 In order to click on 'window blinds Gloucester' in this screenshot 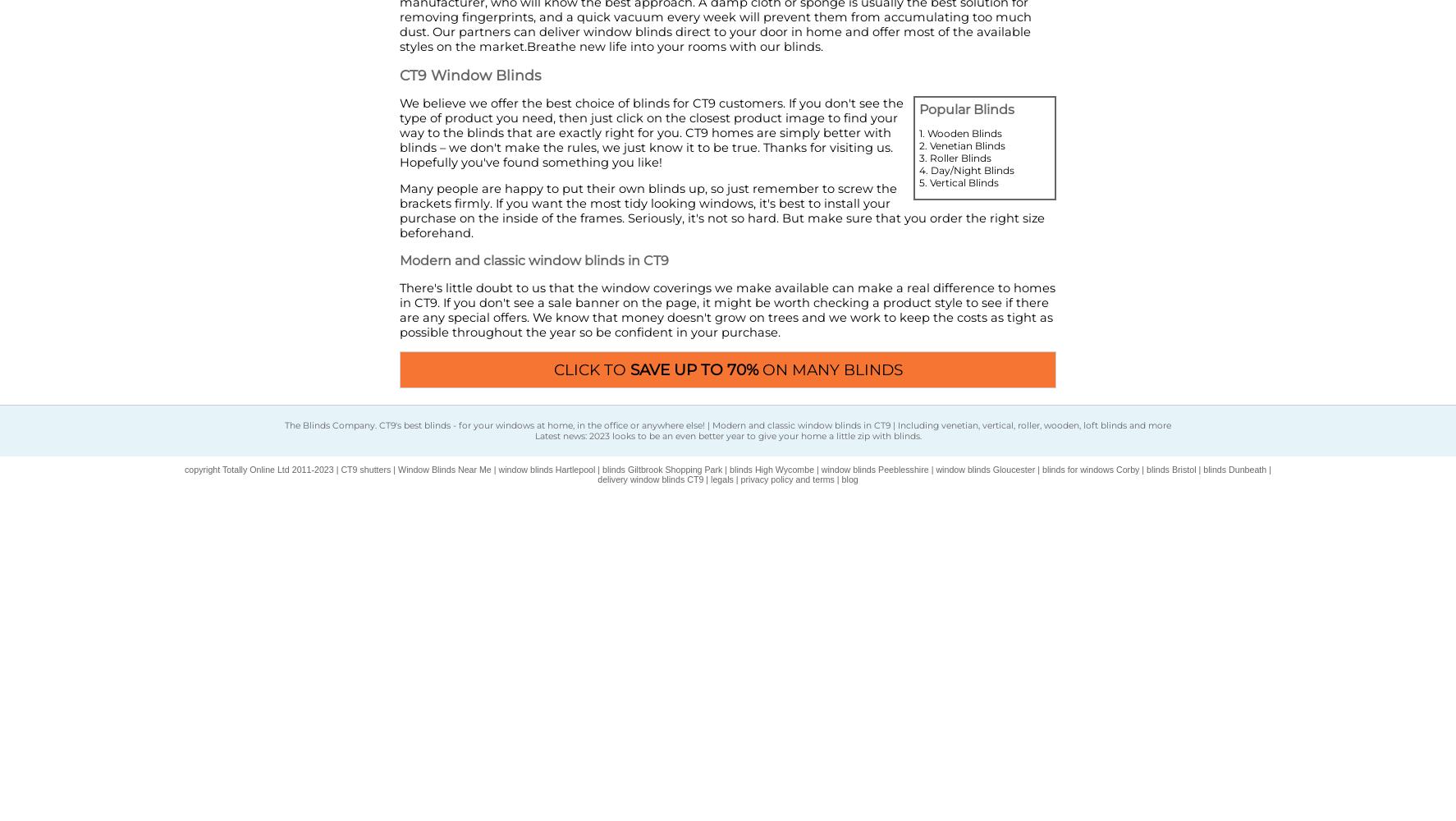, I will do `click(985, 468)`.